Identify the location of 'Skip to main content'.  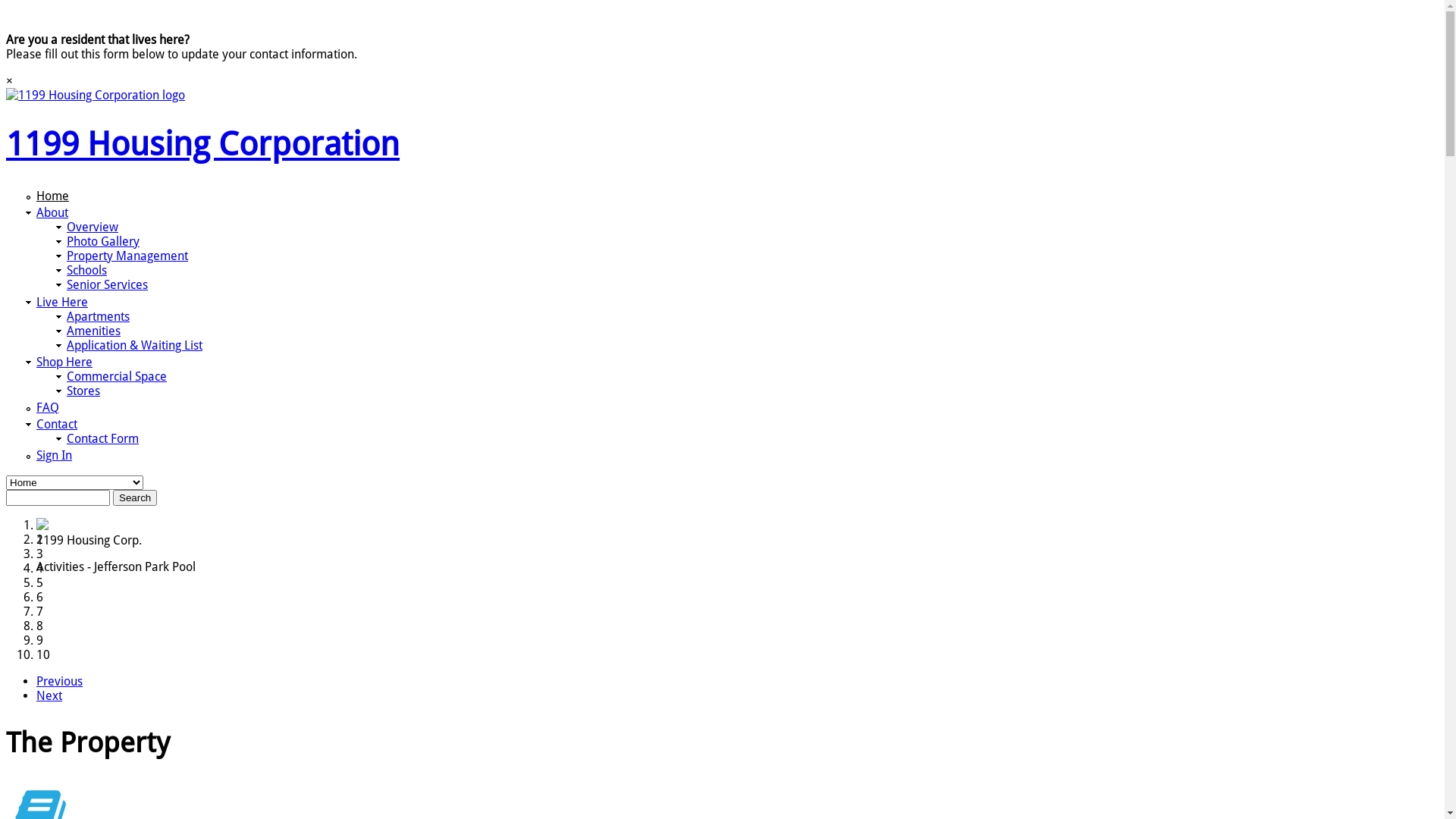
(61, 6).